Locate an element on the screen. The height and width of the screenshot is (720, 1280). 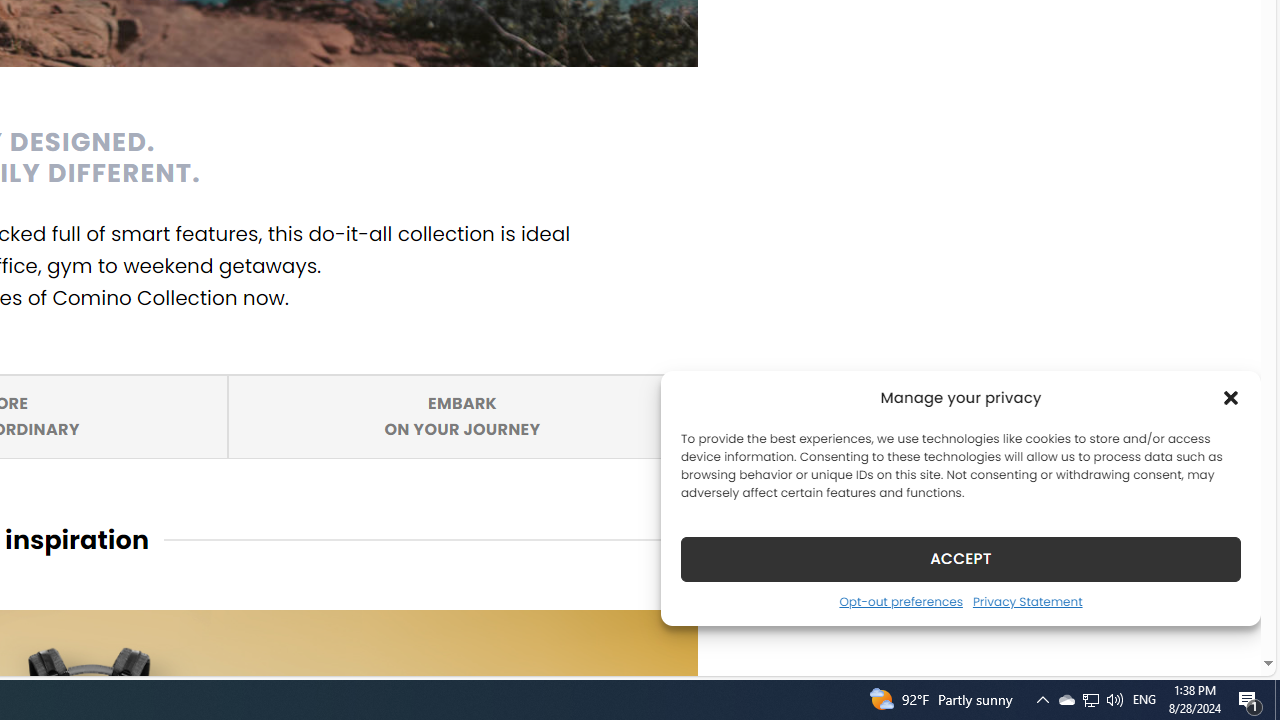
'Class: cmplz-close' is located at coordinates (1230, 397).